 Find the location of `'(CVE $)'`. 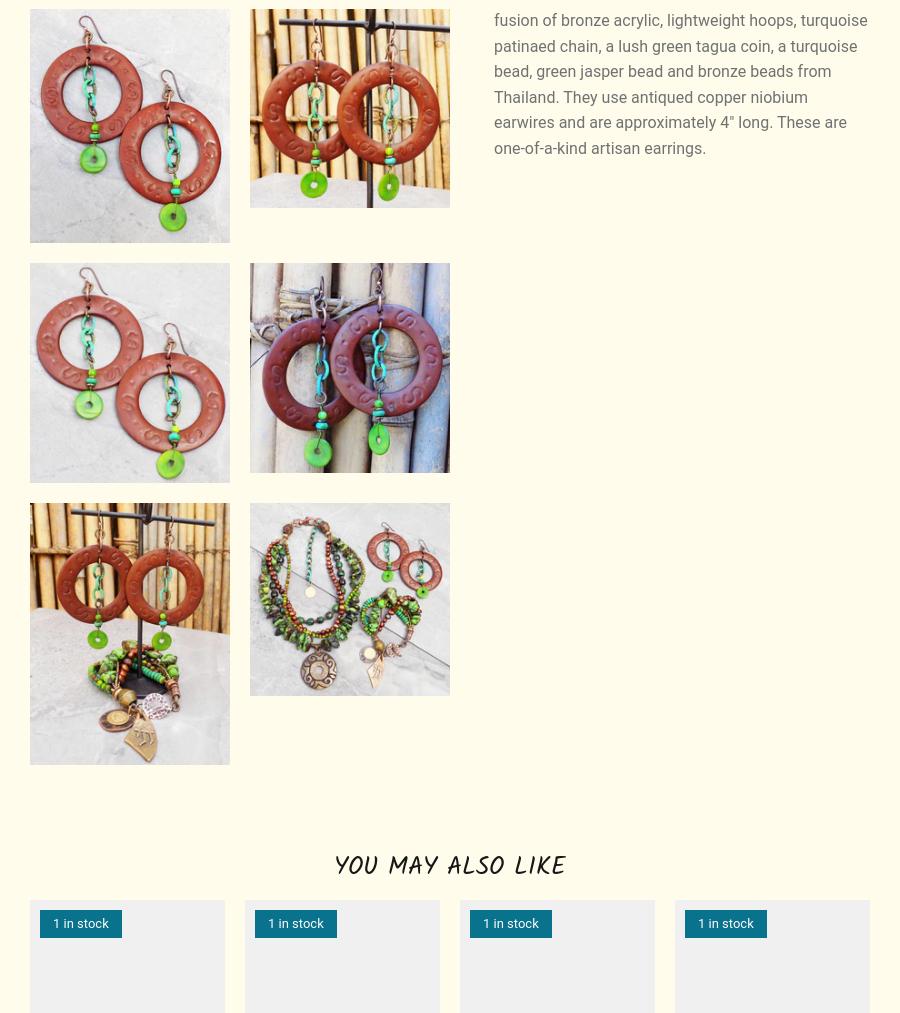

'(CVE $)' is located at coordinates (806, 468).